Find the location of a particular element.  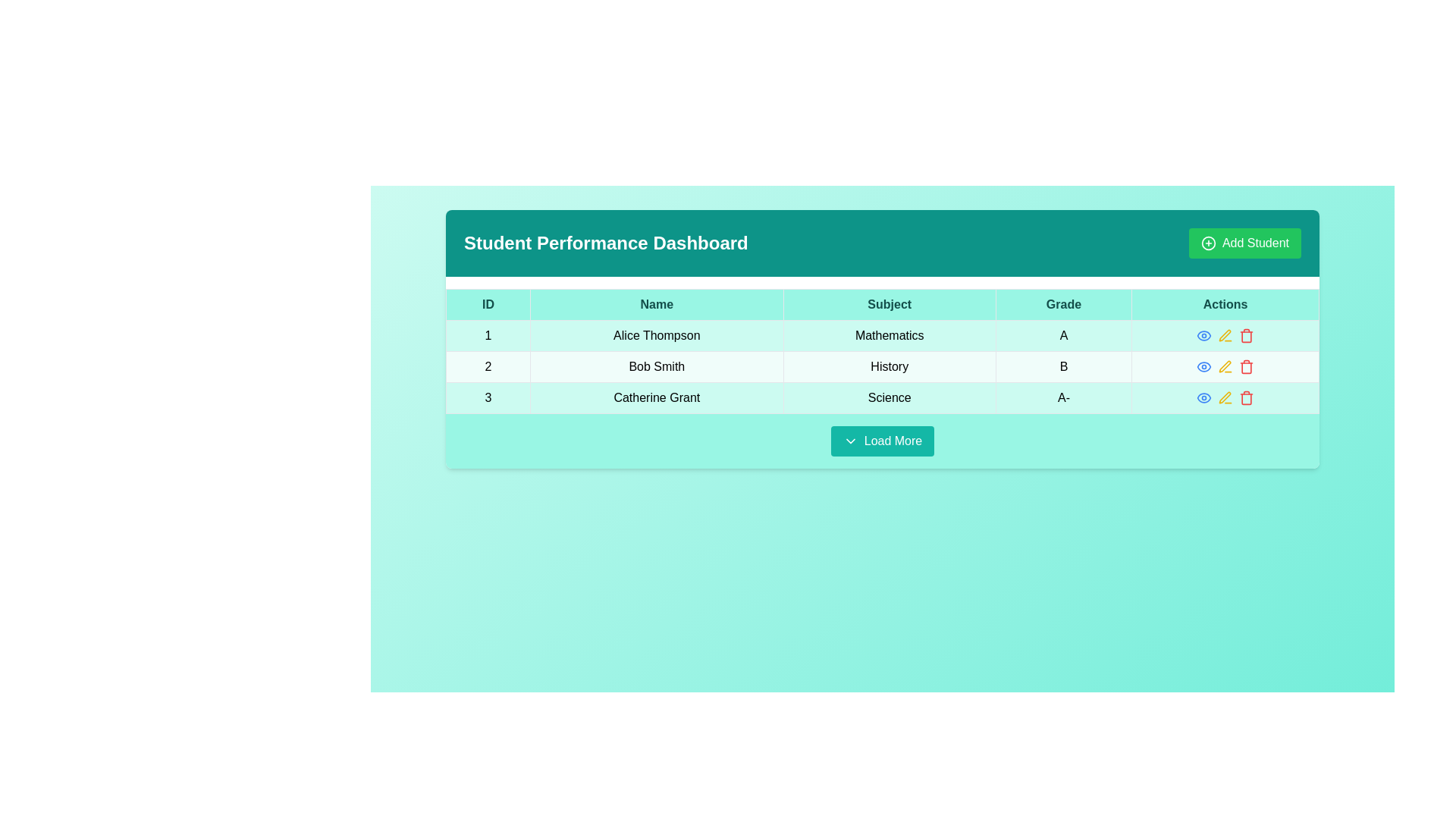

the static text displaying the grade 'B' for the student 'Bob Smith' in the subject 'History' within the table cell is located at coordinates (1062, 366).